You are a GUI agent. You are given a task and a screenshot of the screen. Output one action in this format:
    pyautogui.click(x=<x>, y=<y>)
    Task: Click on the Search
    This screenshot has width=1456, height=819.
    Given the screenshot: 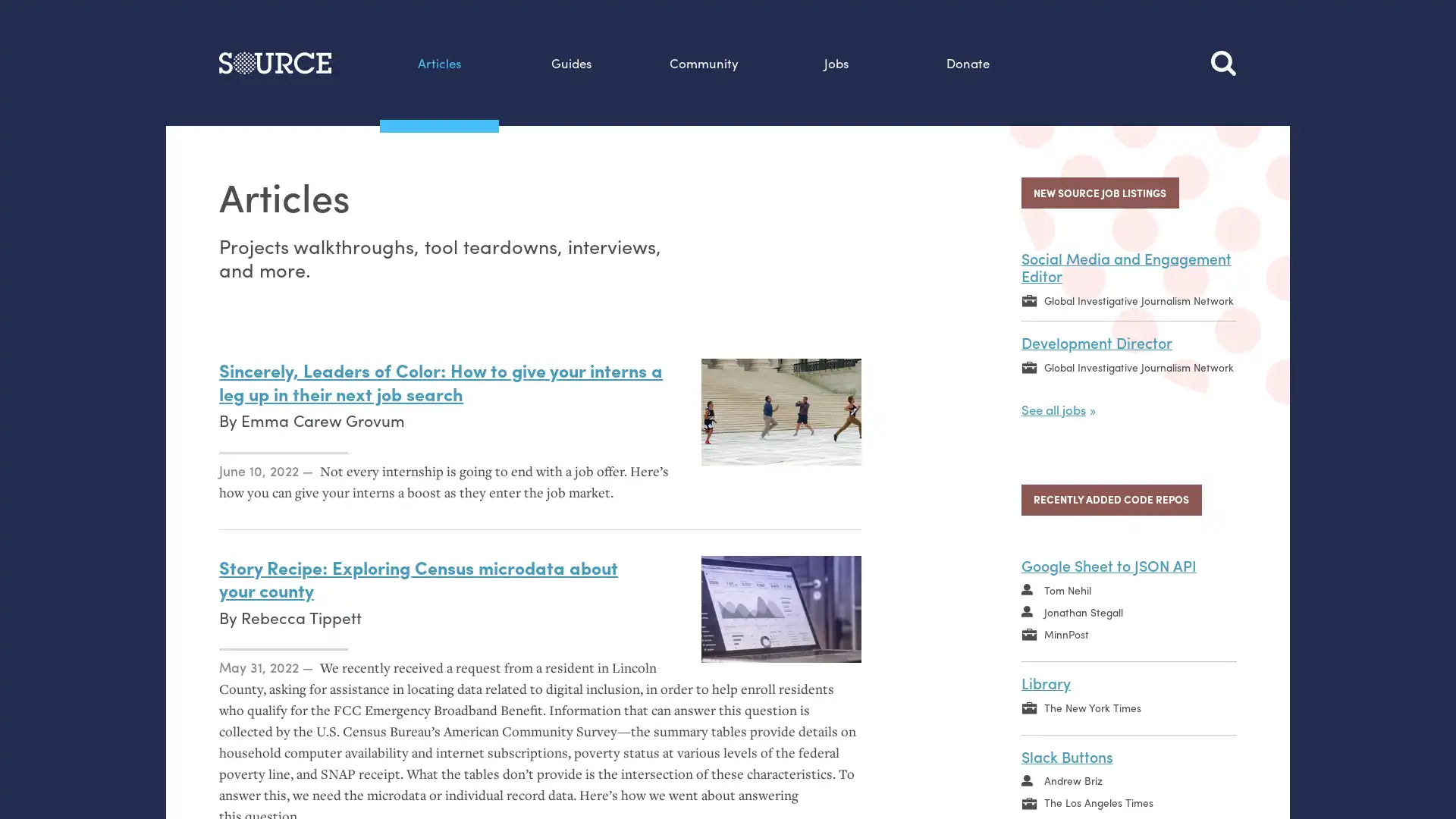 What is the action you would take?
    pyautogui.click(x=1222, y=197)
    